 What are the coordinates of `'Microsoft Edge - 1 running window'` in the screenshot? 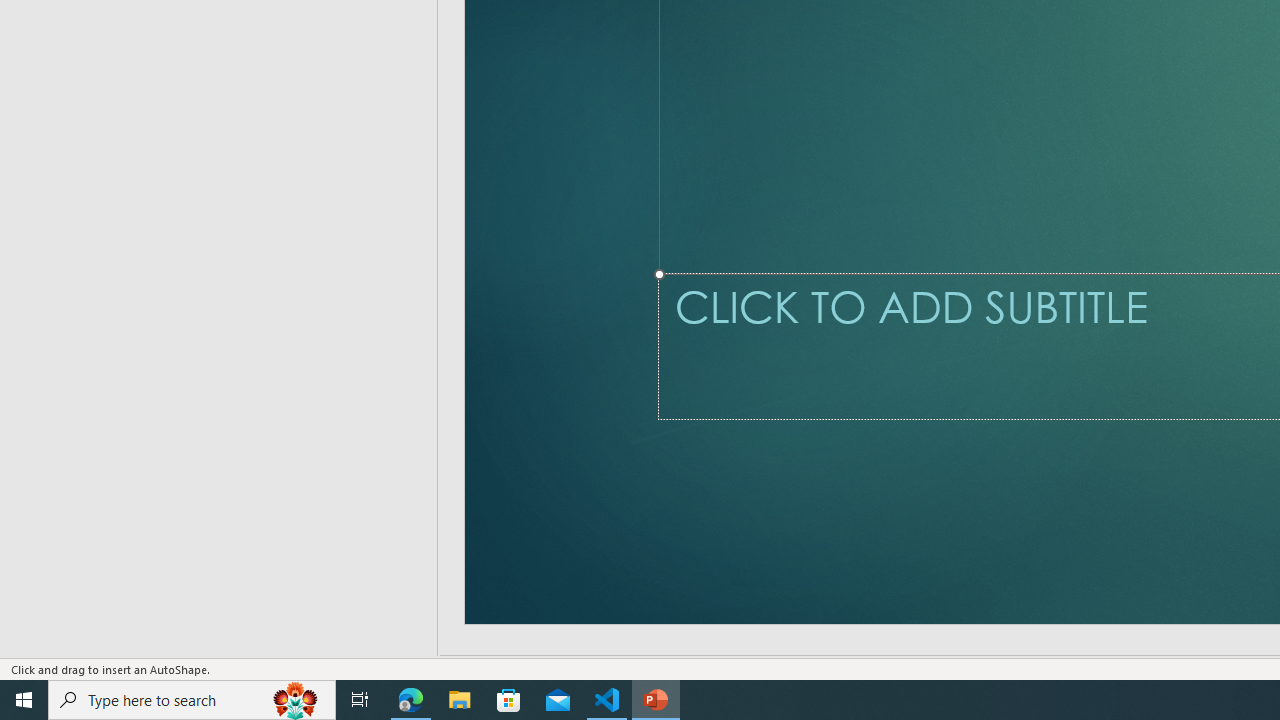 It's located at (410, 698).